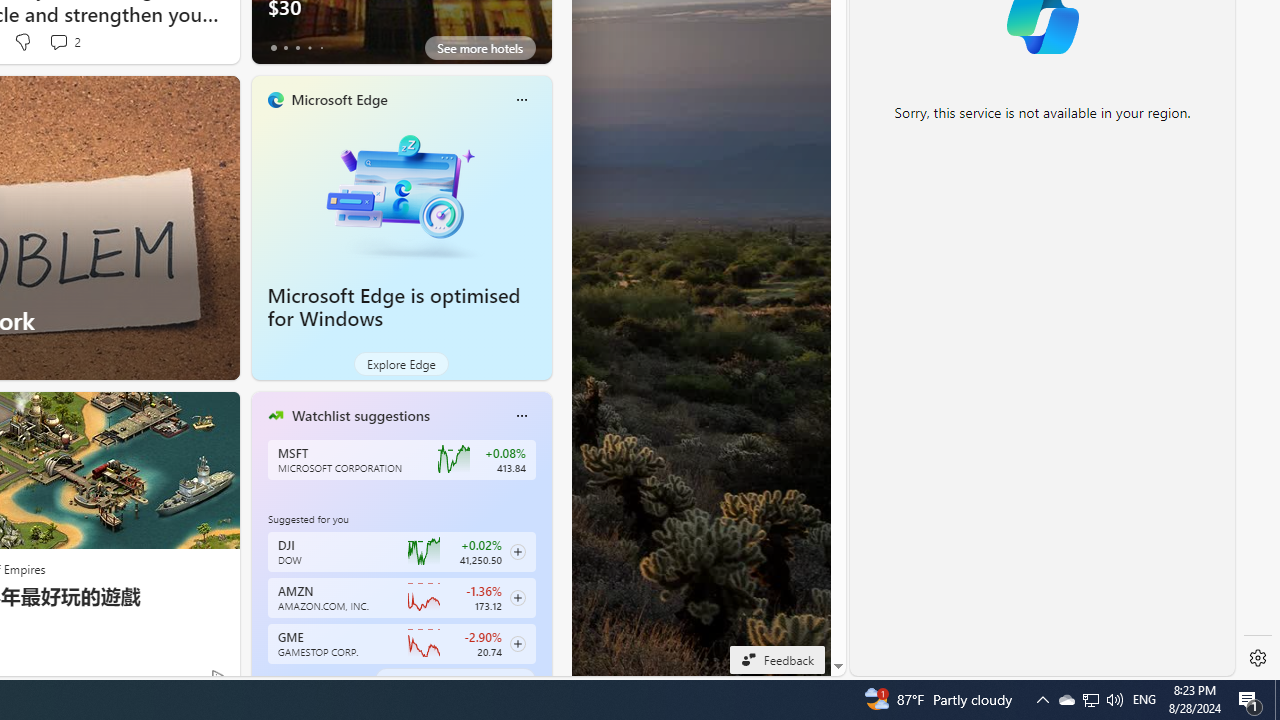 This screenshot has height=720, width=1280. Describe the element at coordinates (521, 414) in the screenshot. I see `'More options'` at that location.